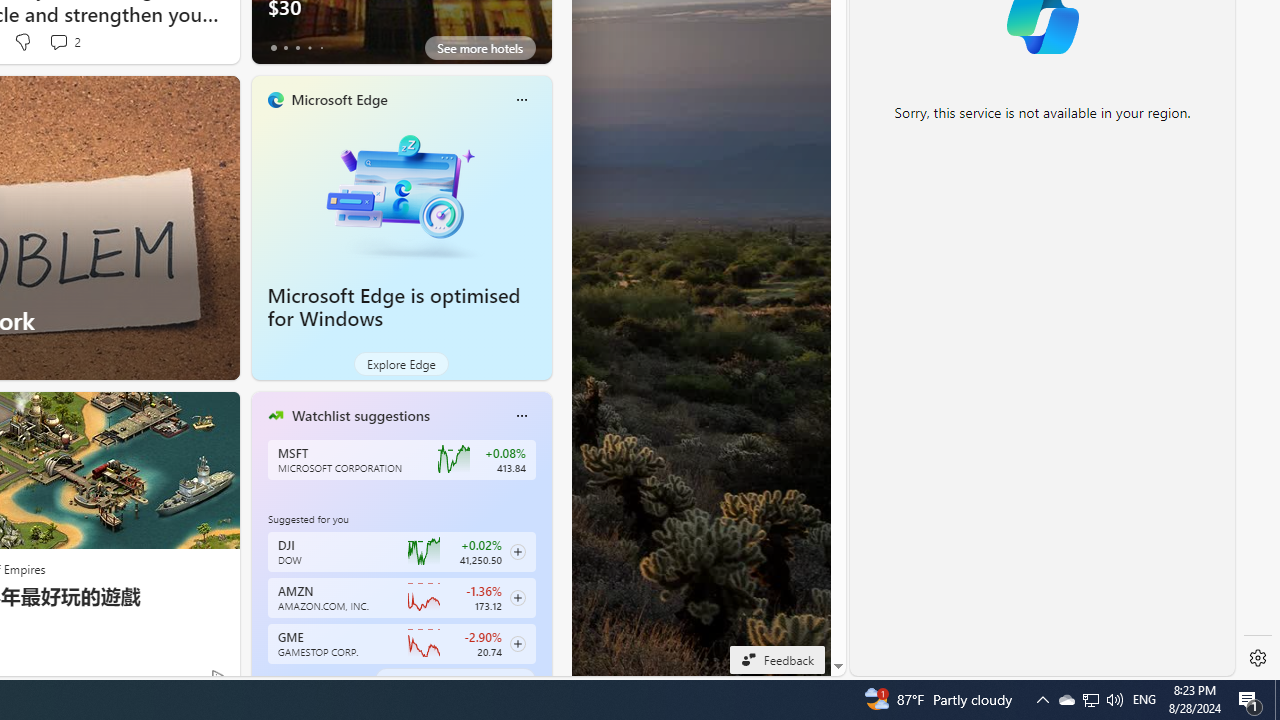 This screenshot has height=720, width=1280. Describe the element at coordinates (521, 414) in the screenshot. I see `'More options'` at that location.